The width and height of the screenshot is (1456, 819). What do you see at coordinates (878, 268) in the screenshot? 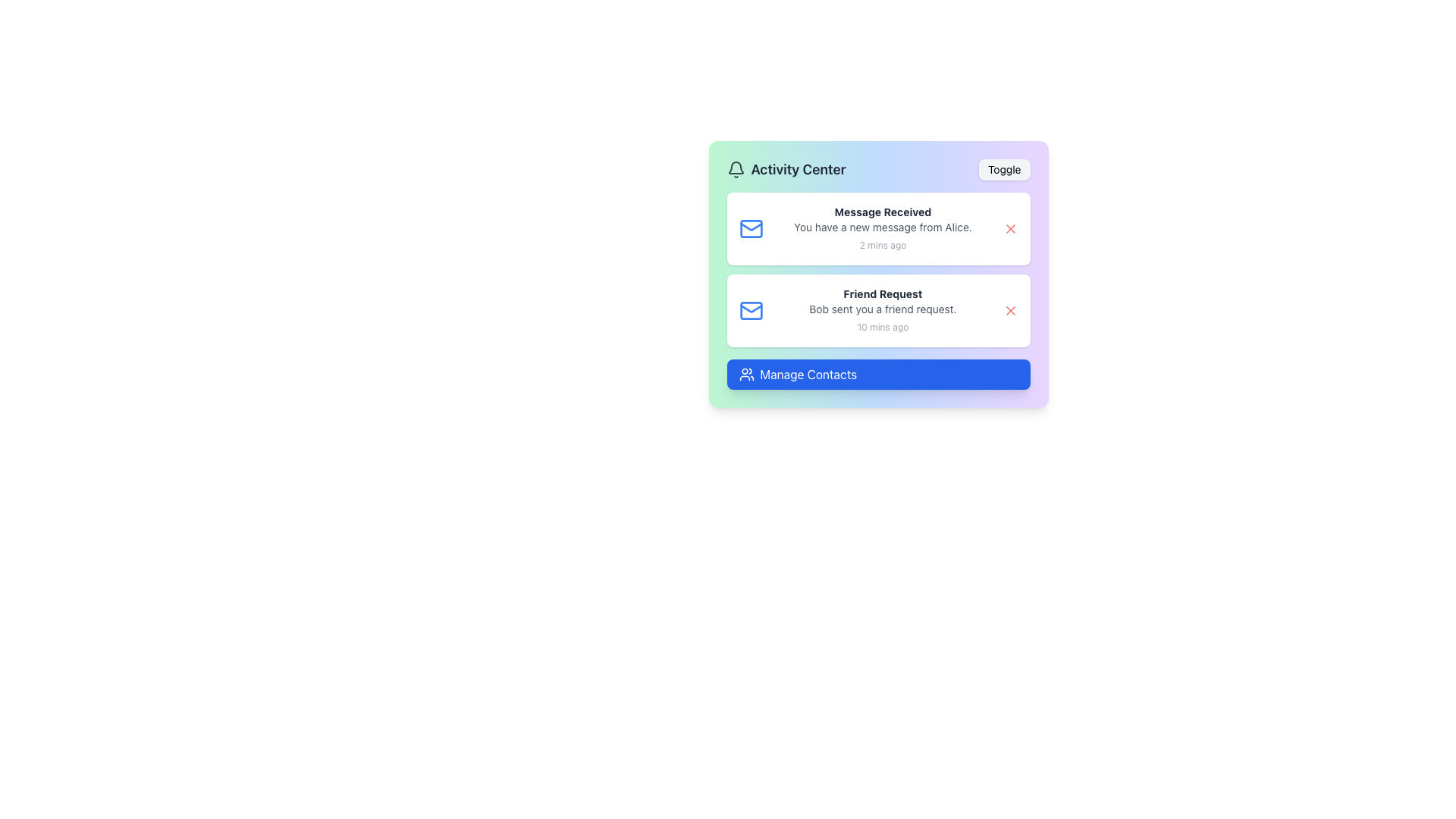
I see `the notification list element located within the 'Activity Center', which displays notifications including 'Message Received' and 'Friend Request'` at bounding box center [878, 268].